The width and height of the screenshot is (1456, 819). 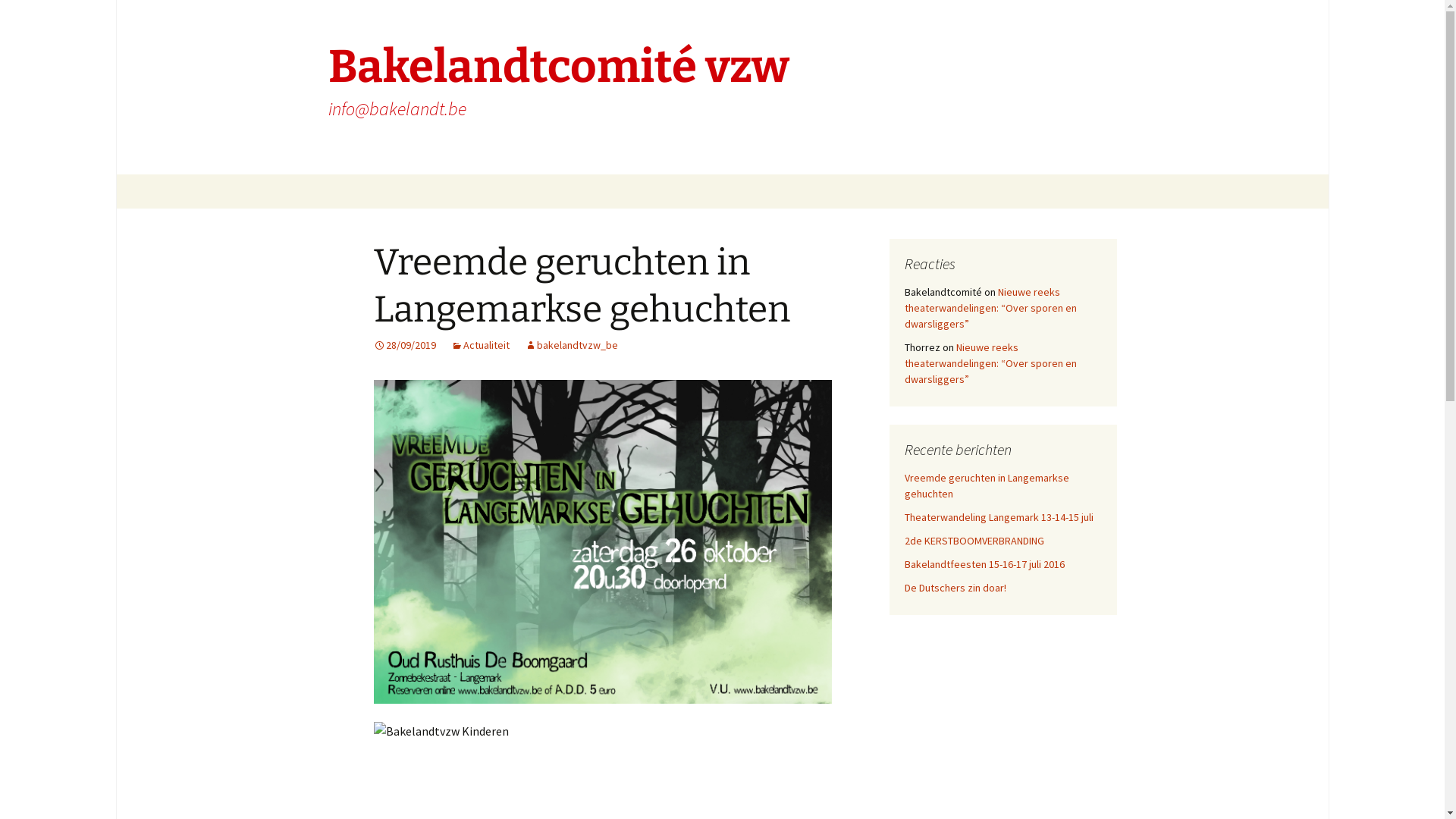 I want to click on 'Search', so click(x=18, y=17).